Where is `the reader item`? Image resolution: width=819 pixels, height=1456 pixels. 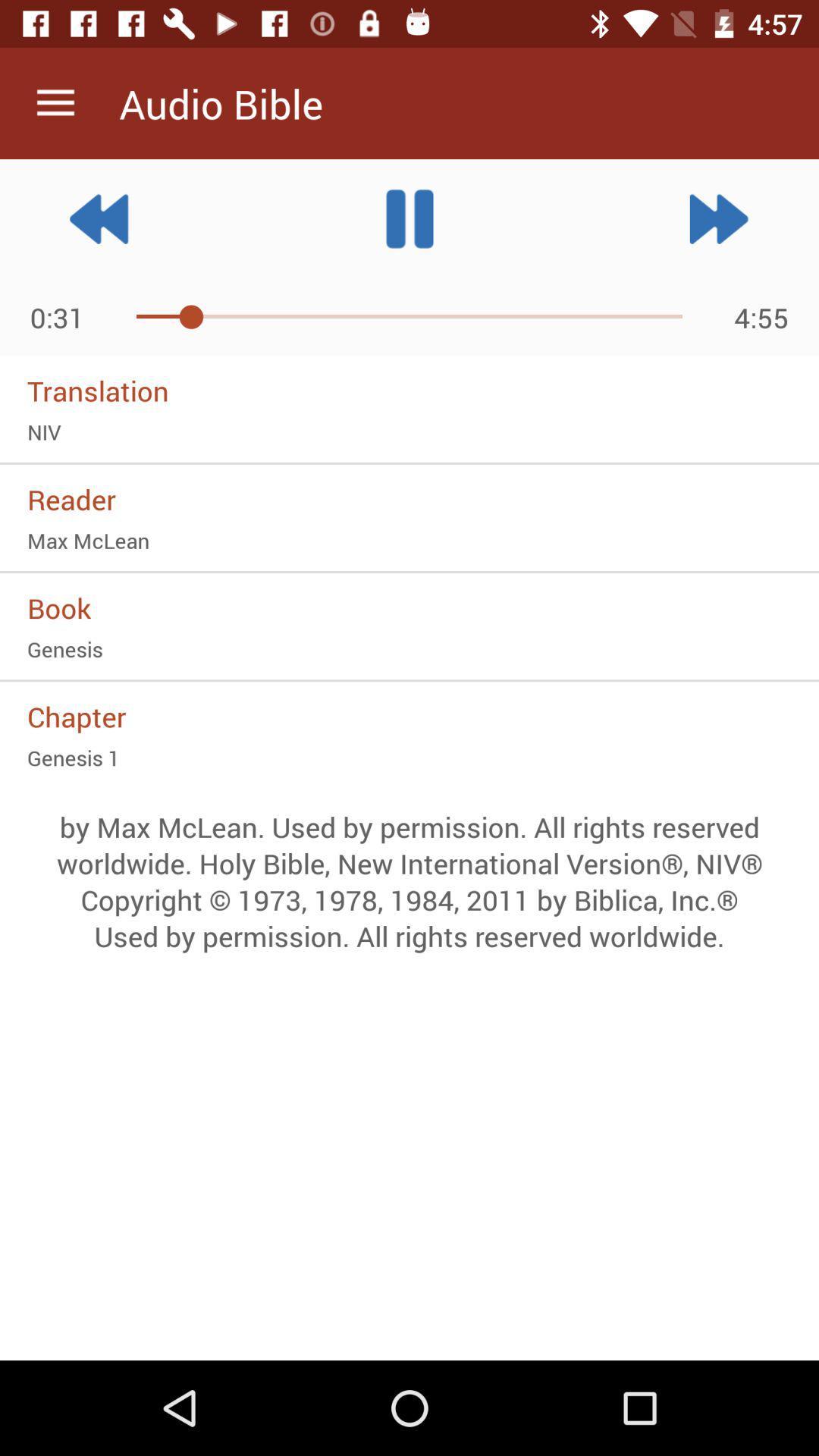
the reader item is located at coordinates (409, 499).